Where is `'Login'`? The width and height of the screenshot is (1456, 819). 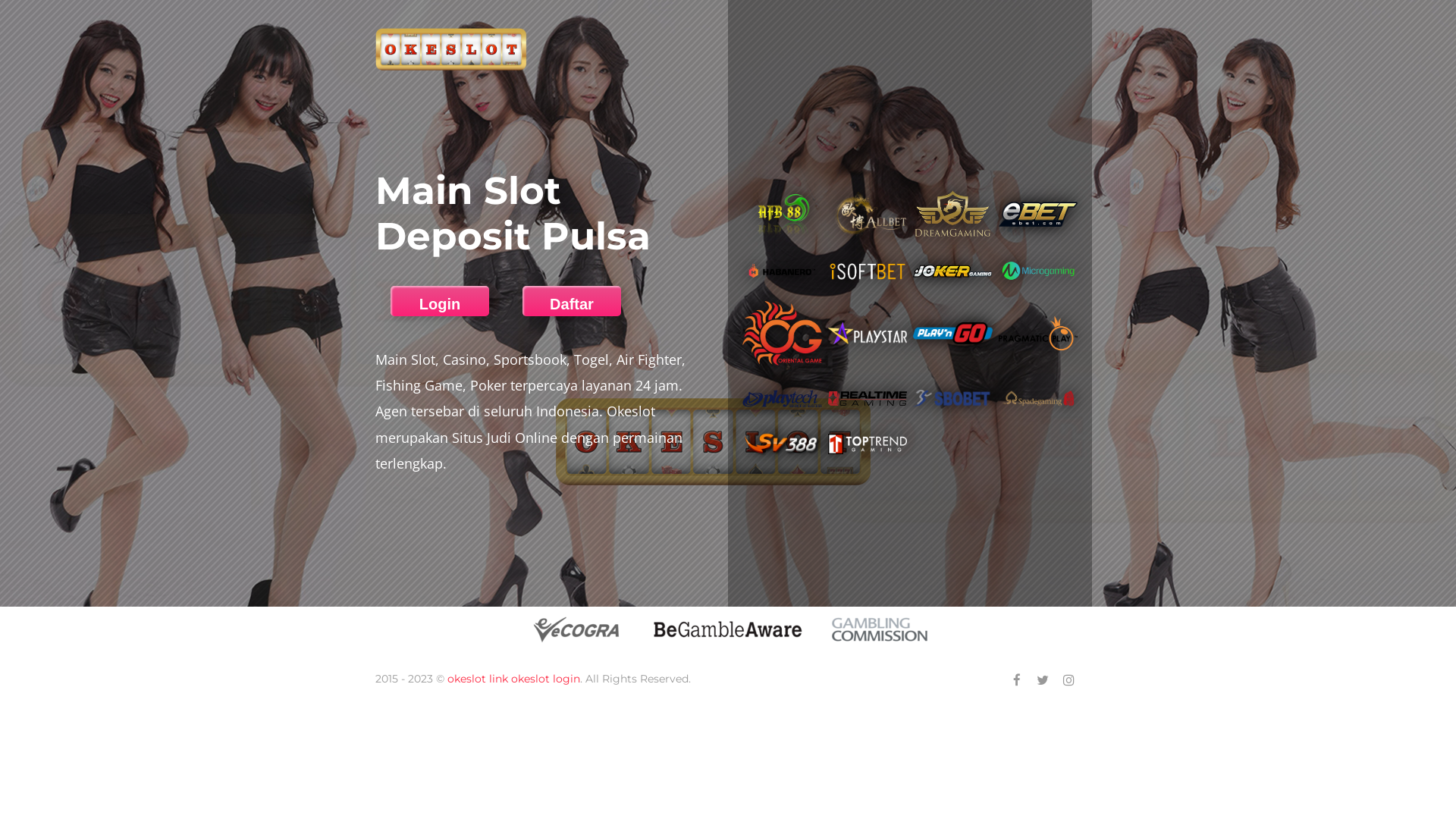
'Login' is located at coordinates (439, 301).